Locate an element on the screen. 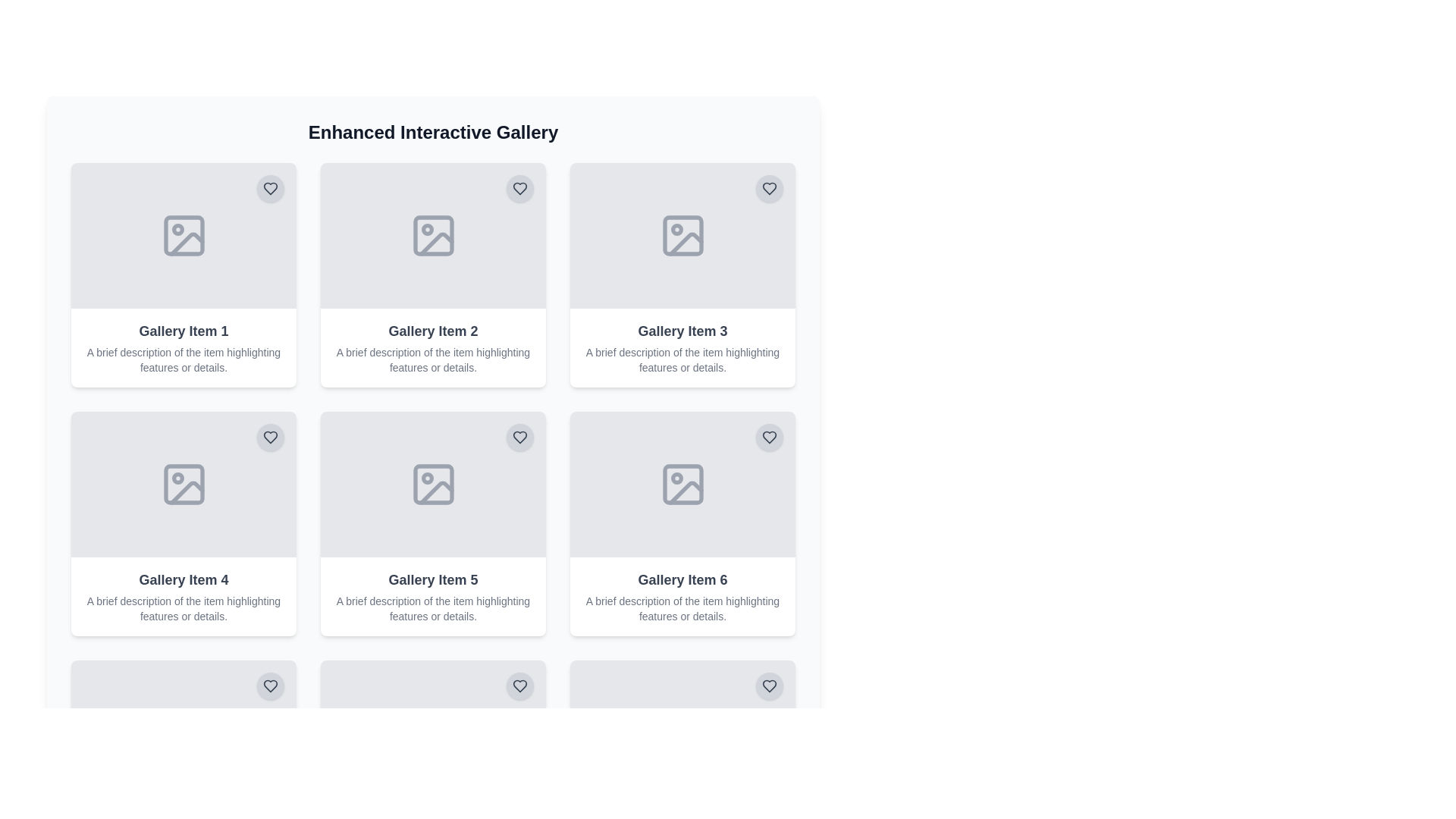  the landscape image icon within the first gallery card labeled 'Gallery Item 1' is located at coordinates (186, 243).